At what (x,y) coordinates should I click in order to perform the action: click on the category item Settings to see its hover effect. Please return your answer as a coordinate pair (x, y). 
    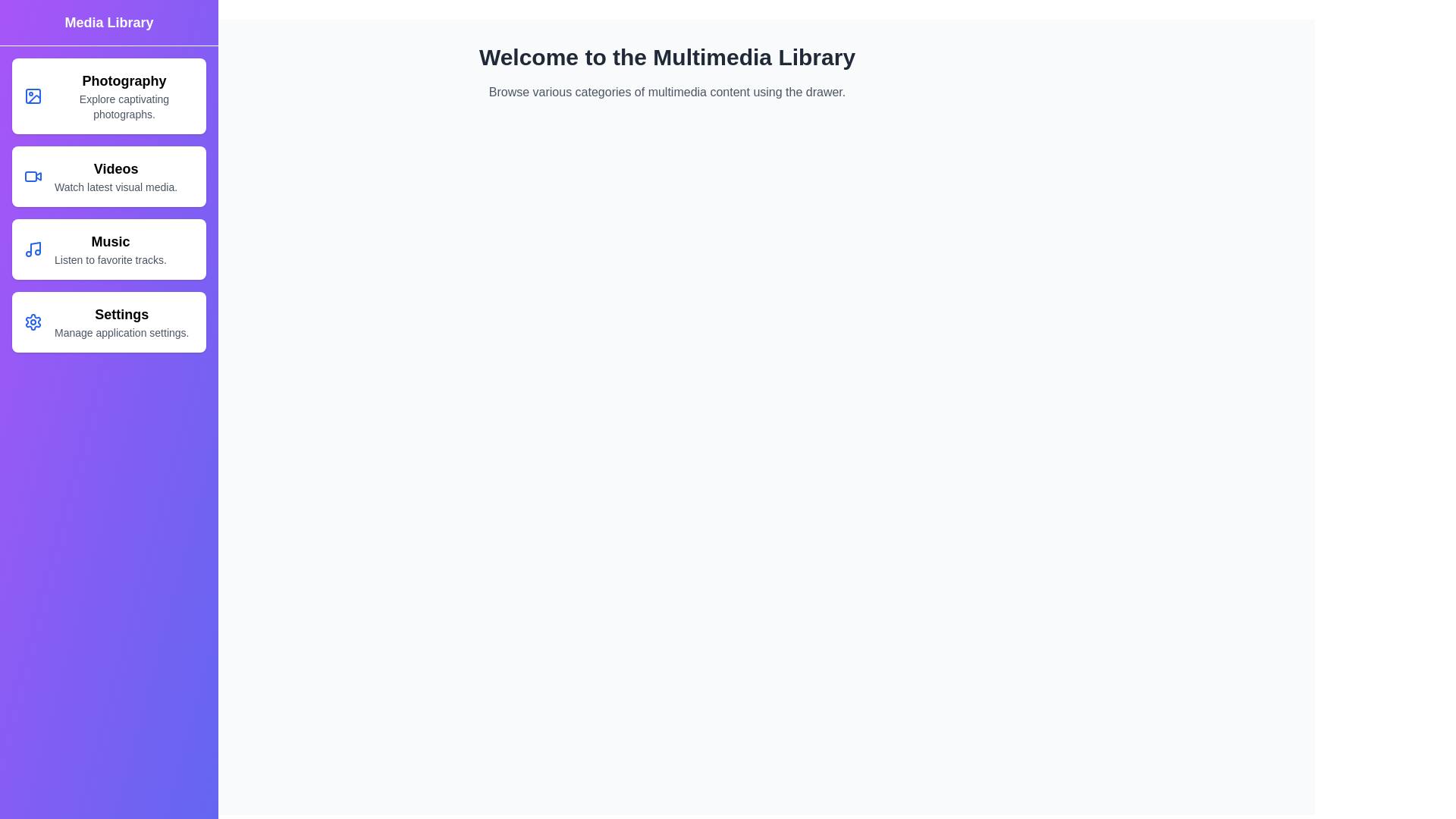
    Looking at the image, I should click on (108, 321).